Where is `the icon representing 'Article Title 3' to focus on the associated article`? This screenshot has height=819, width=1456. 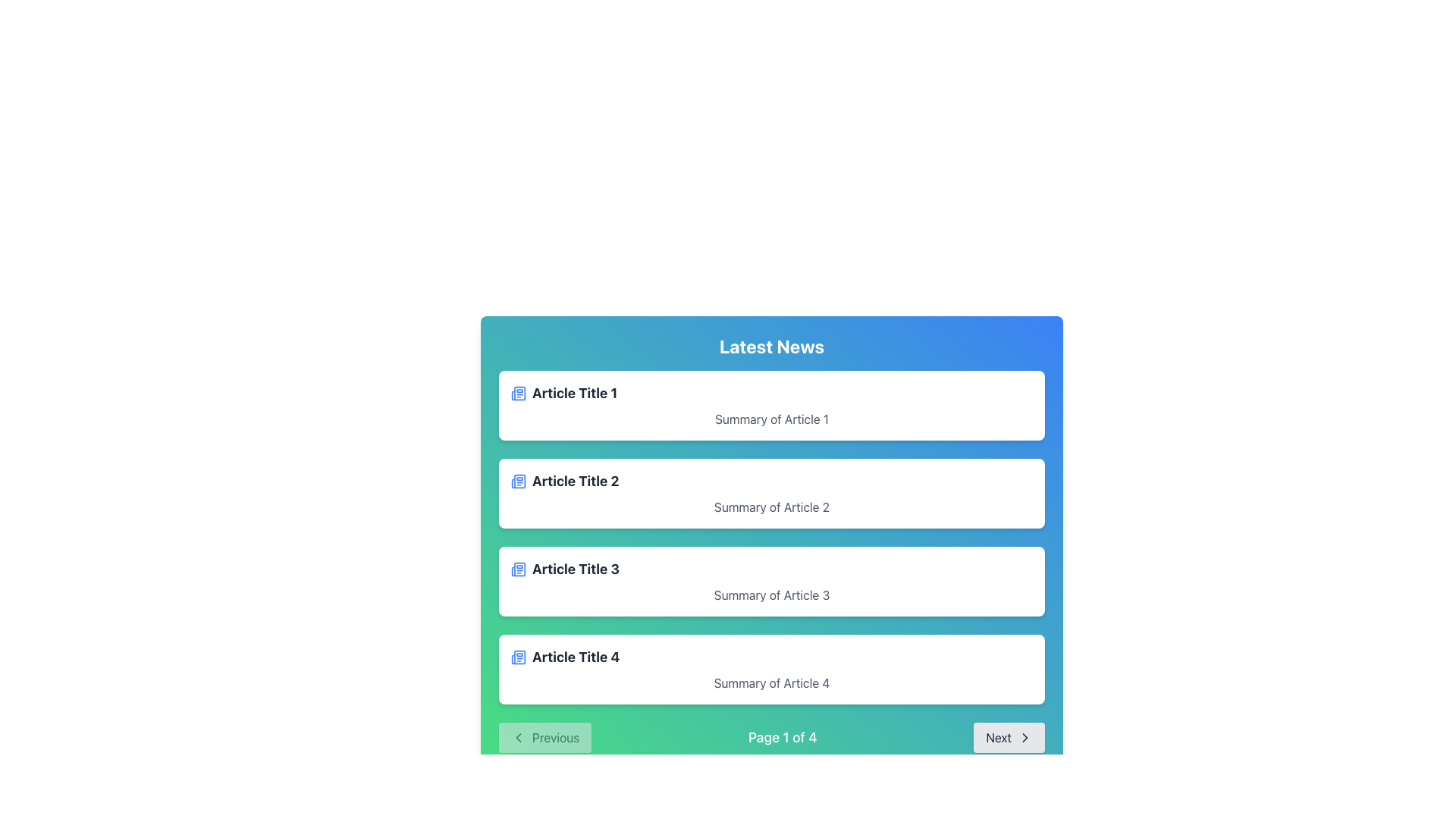
the icon representing 'Article Title 3' to focus on the associated article is located at coordinates (519, 570).